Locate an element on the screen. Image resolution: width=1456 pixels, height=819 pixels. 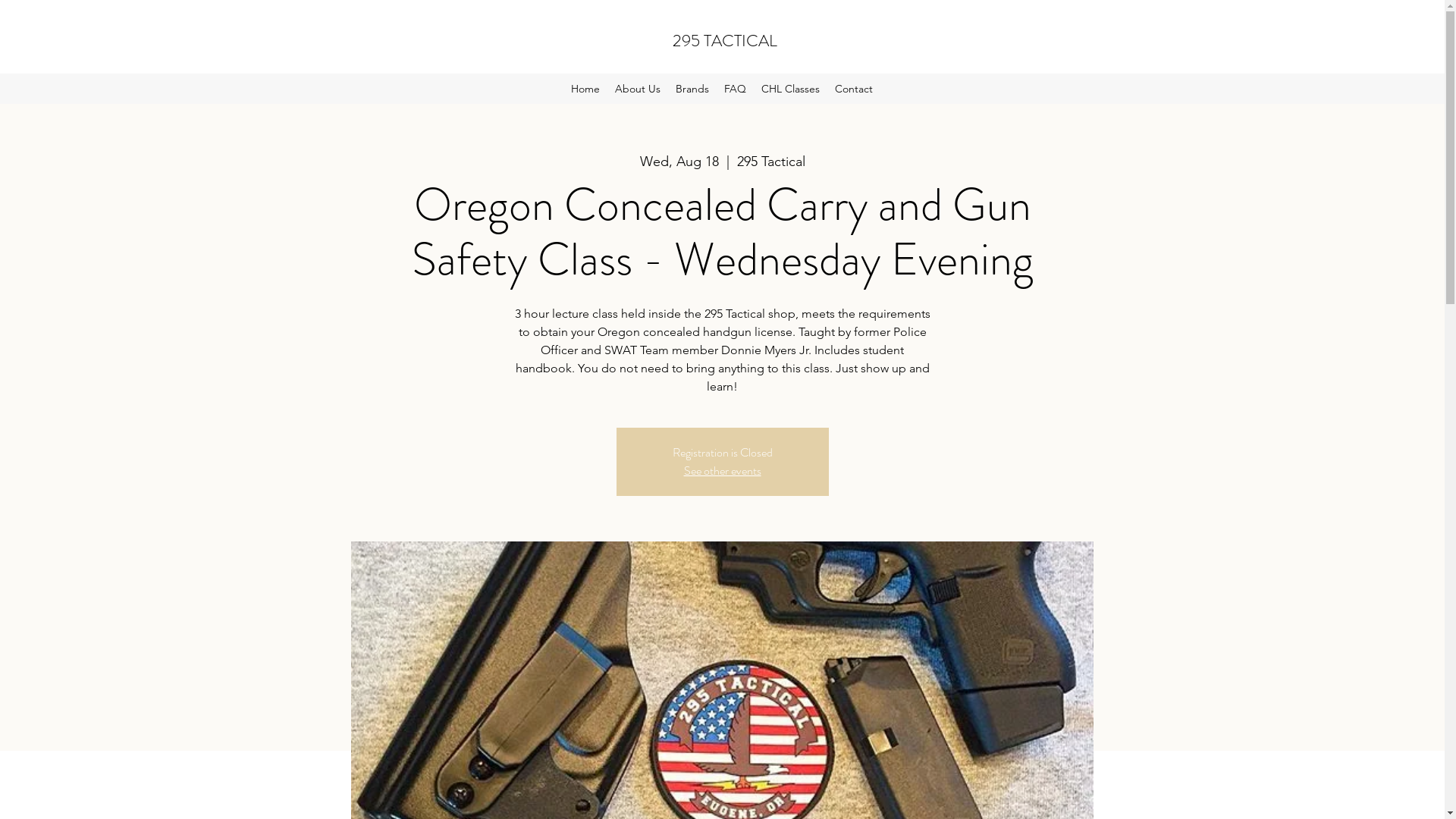
'Brands' is located at coordinates (691, 88).